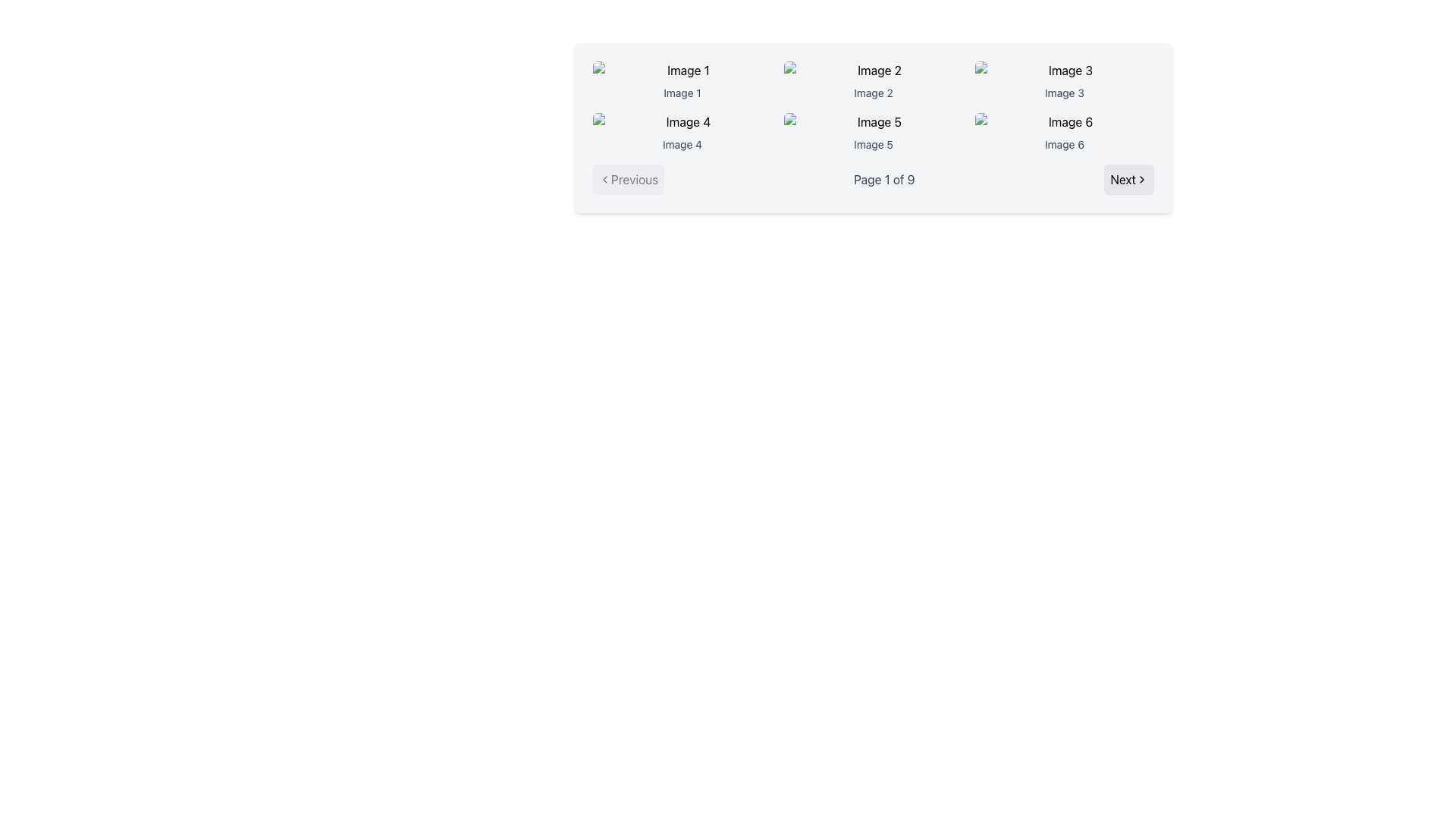 The width and height of the screenshot is (1456, 819). Describe the element at coordinates (681, 145) in the screenshot. I see `the Text Label for 'Image 4', which is positioned directly below its corresponding image preview in the second column of the grid layout` at that location.